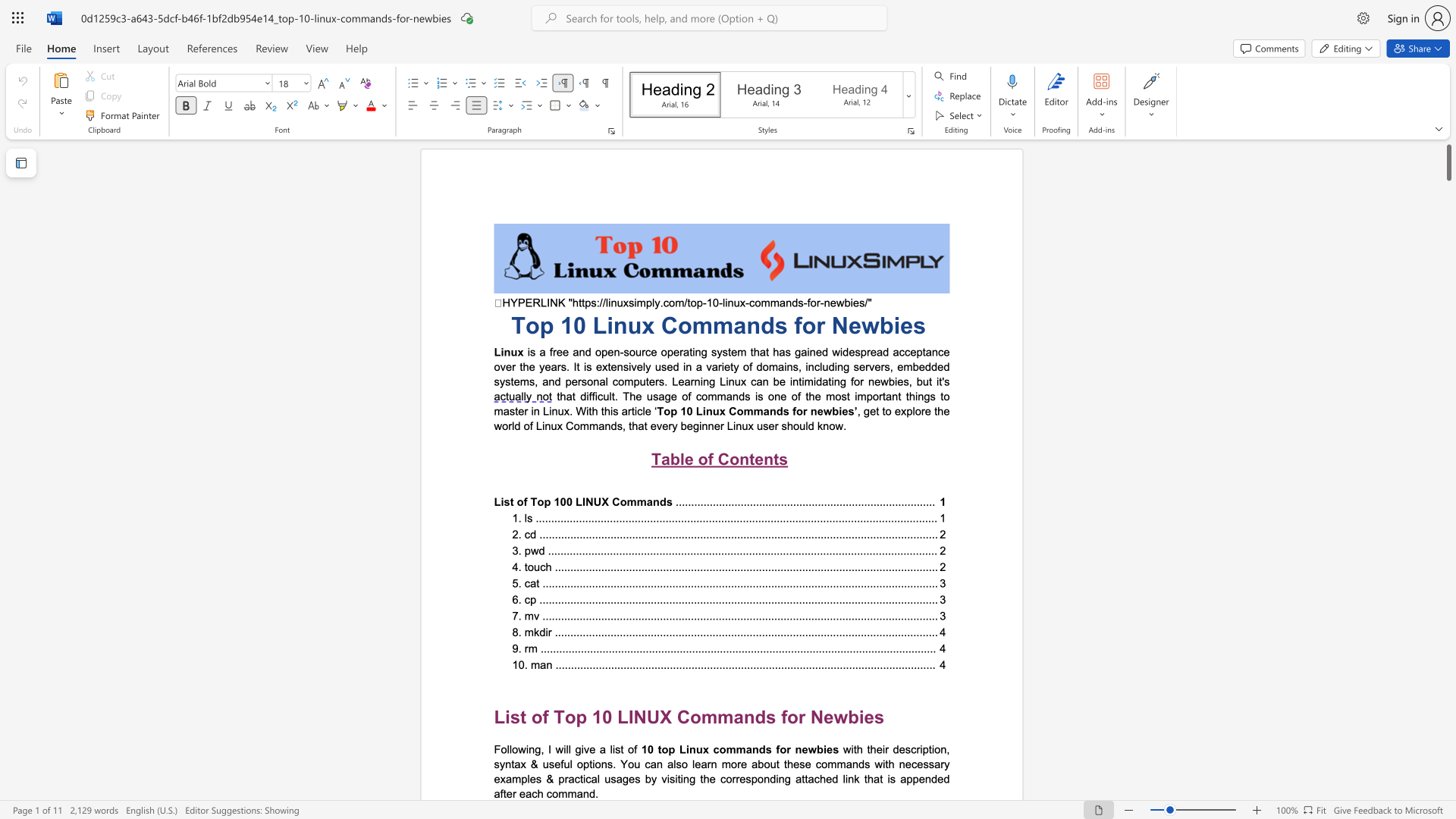 Image resolution: width=1456 pixels, height=819 pixels. What do you see at coordinates (777, 764) in the screenshot?
I see `the 6th character "t" in the text` at bounding box center [777, 764].